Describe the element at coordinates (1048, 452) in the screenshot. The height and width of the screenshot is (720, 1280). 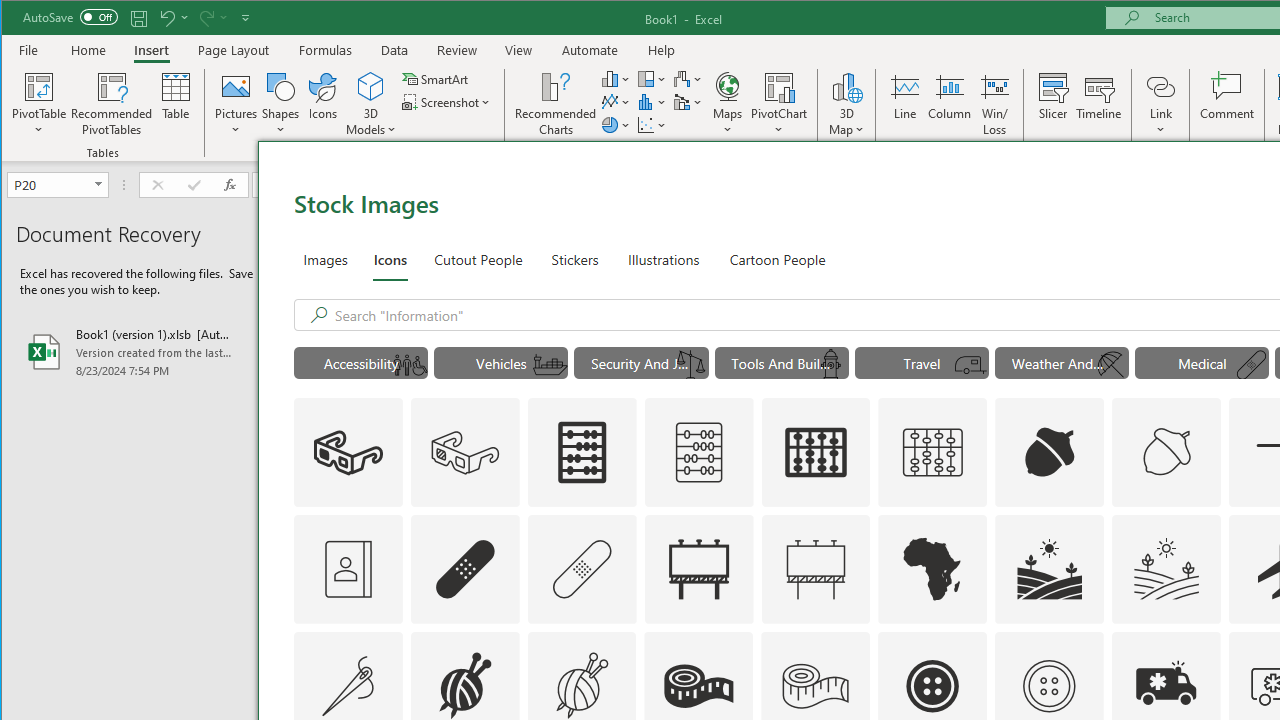
I see `'AutomationID: Icons_Acorn'` at that location.